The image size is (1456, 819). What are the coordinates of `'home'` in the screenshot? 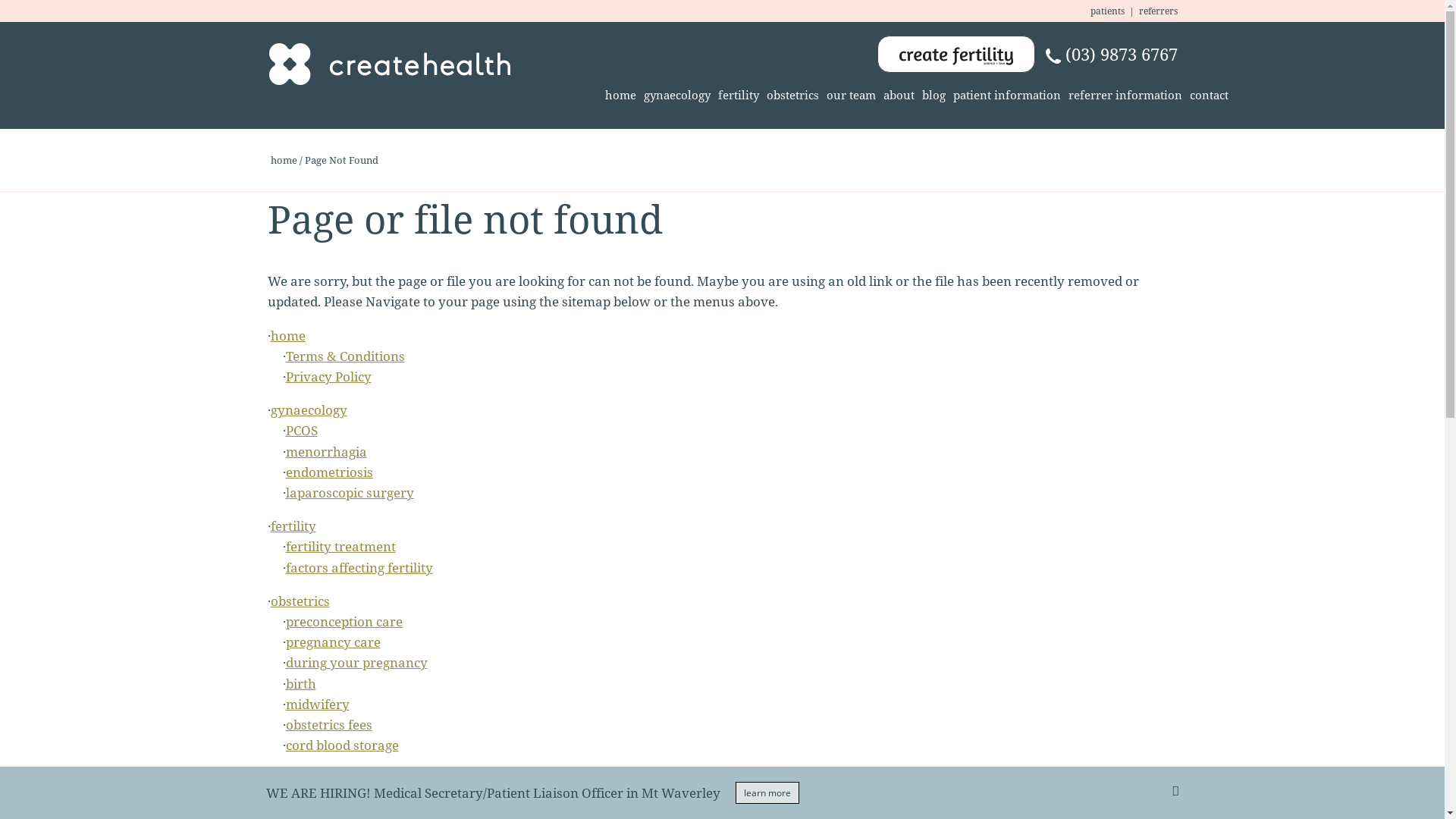 It's located at (287, 334).